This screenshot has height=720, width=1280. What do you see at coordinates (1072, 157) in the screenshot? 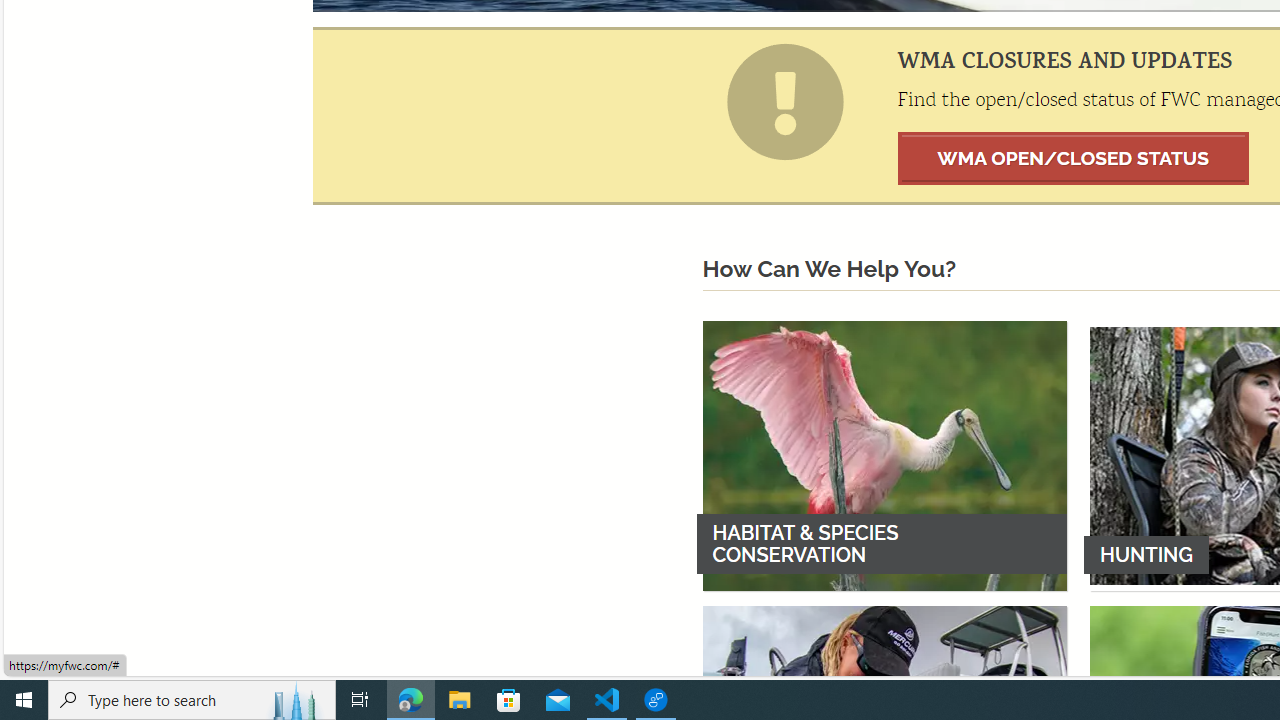
I see `'WMA OPEN/CLOSED STATUS'` at bounding box center [1072, 157].